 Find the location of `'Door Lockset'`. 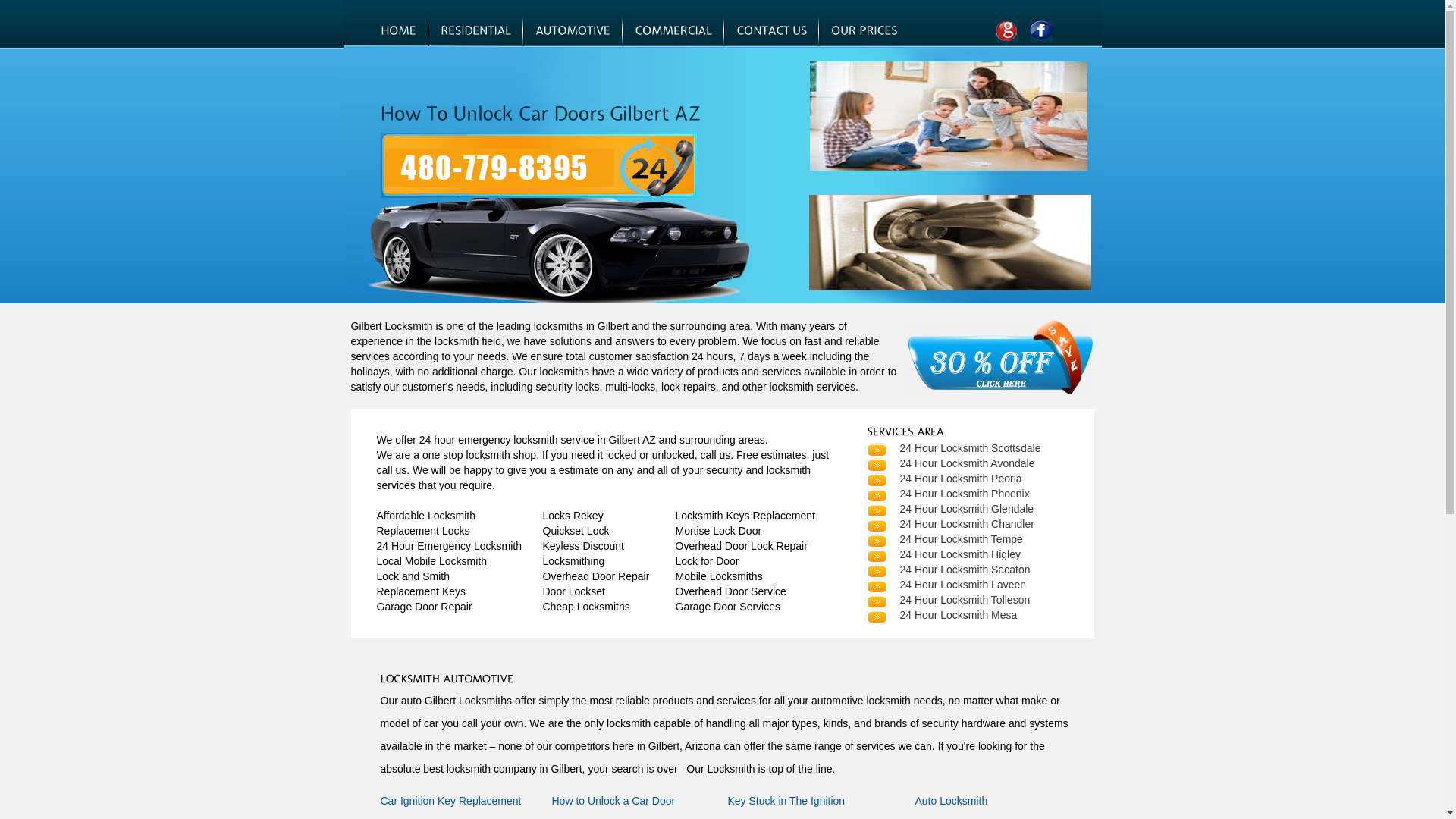

'Door Lockset' is located at coordinates (573, 590).